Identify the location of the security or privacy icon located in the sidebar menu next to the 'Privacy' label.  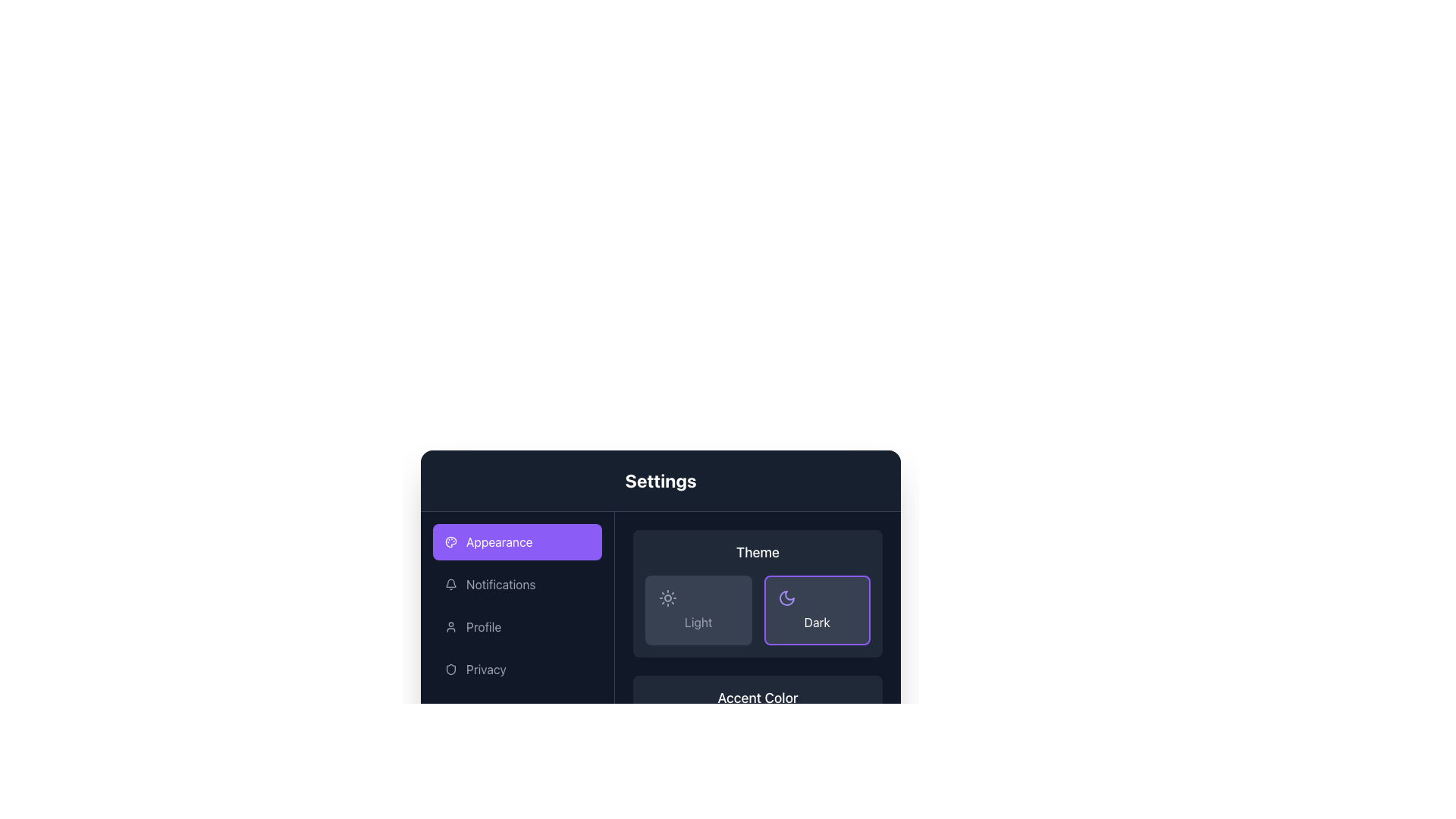
(450, 669).